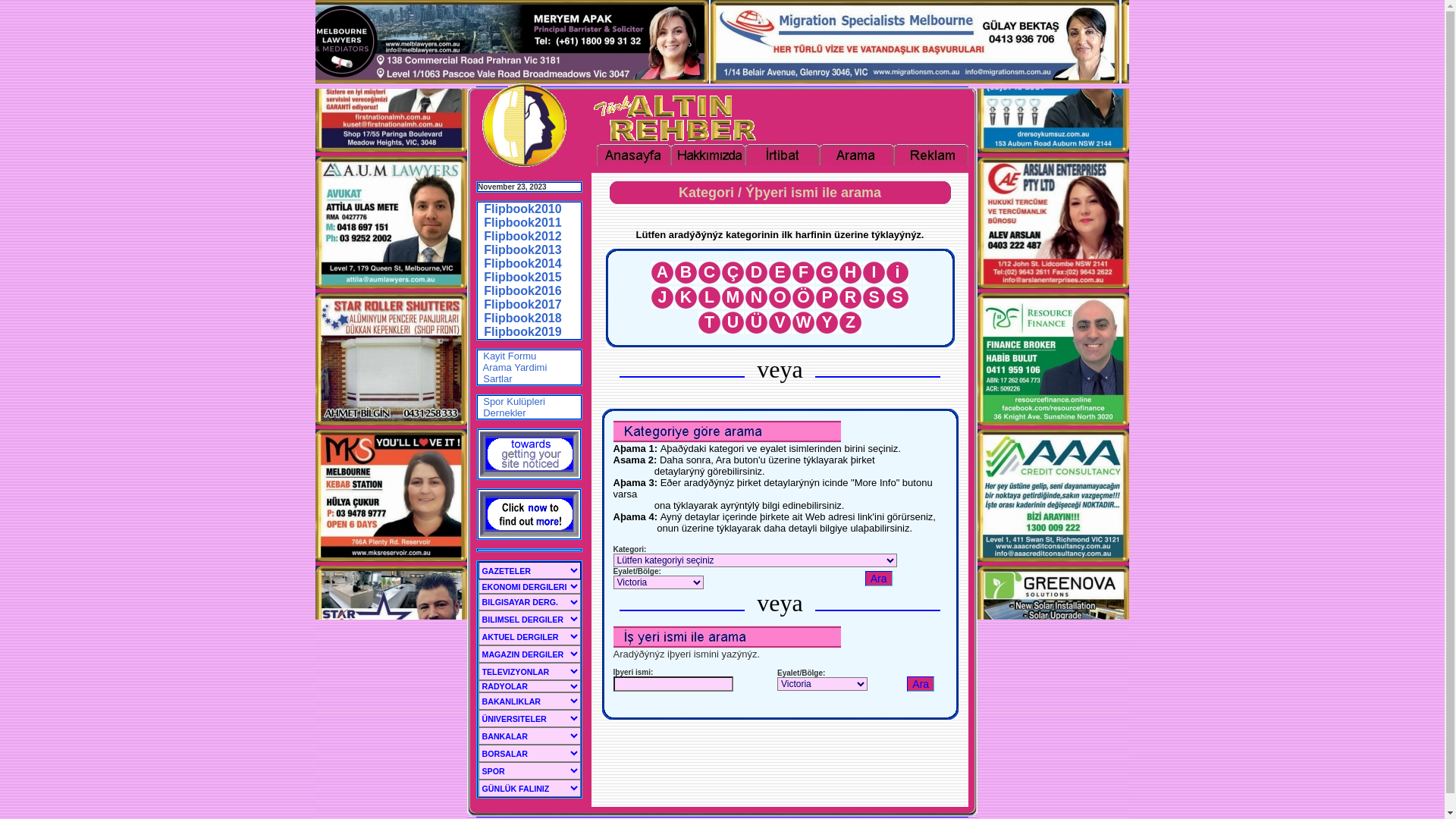  Describe the element at coordinates (892, 300) in the screenshot. I see `'S'` at that location.